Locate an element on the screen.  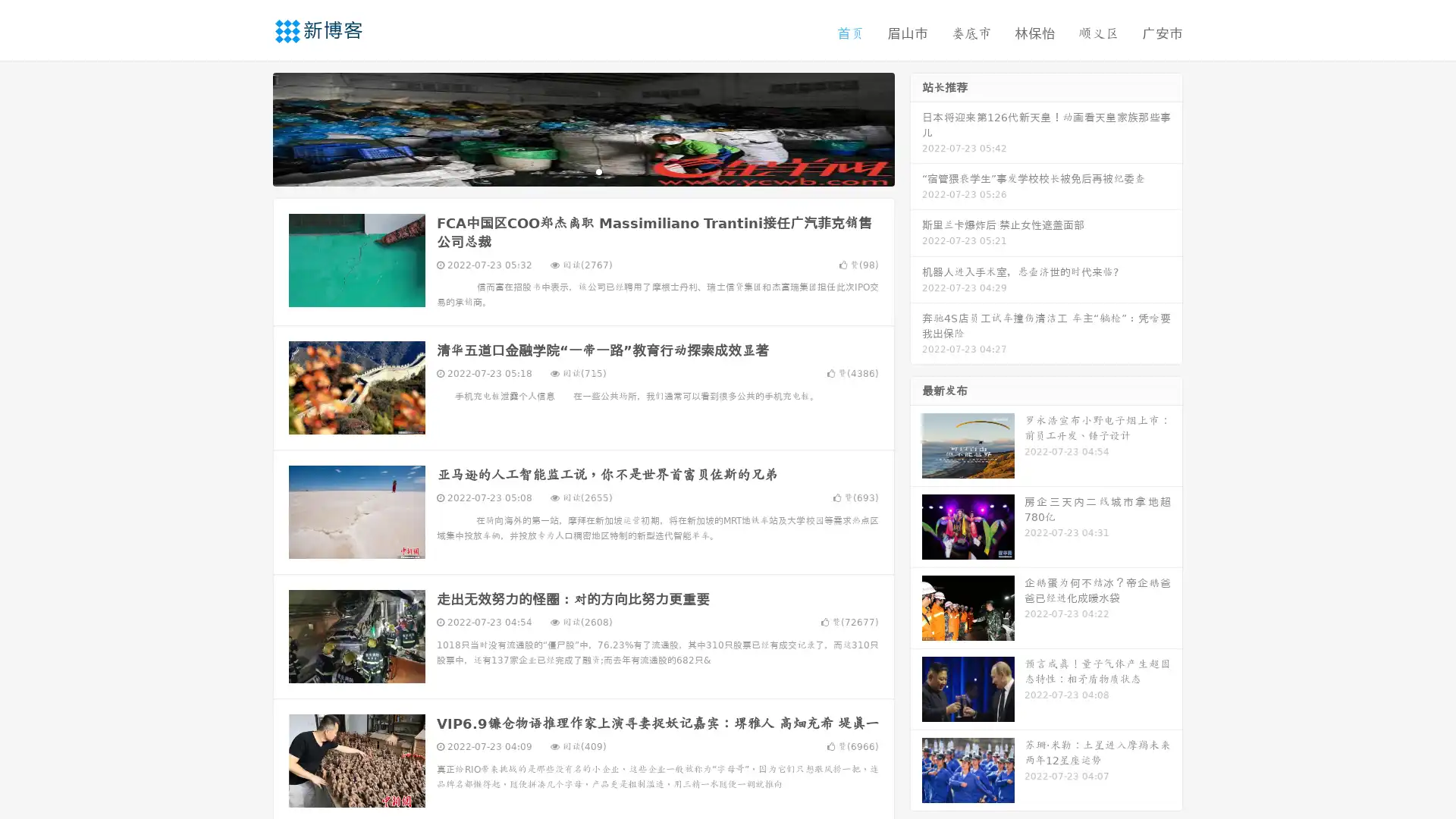
Go to slide 3 is located at coordinates (598, 171).